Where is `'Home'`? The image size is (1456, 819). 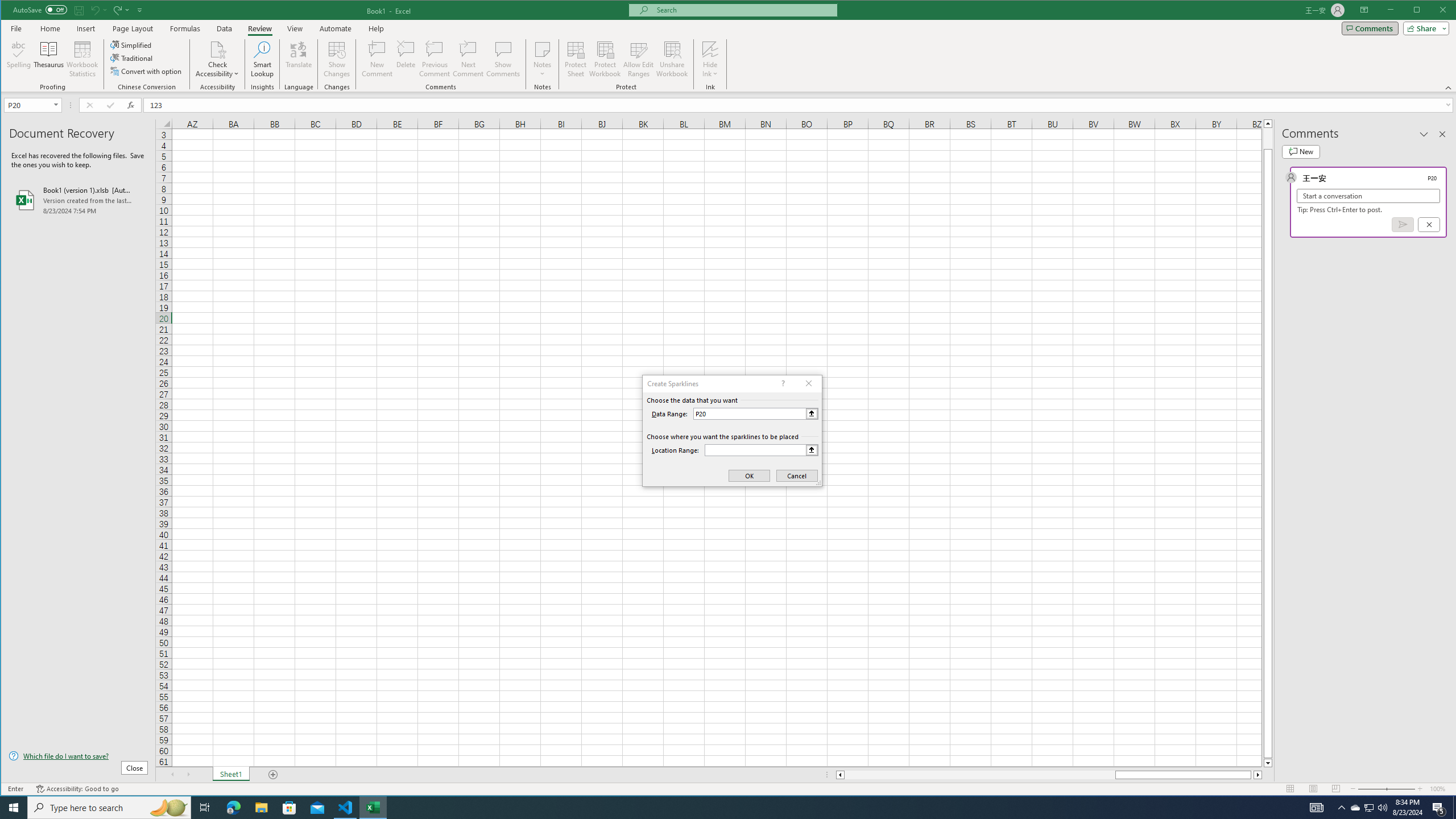
'Home' is located at coordinates (49, 28).